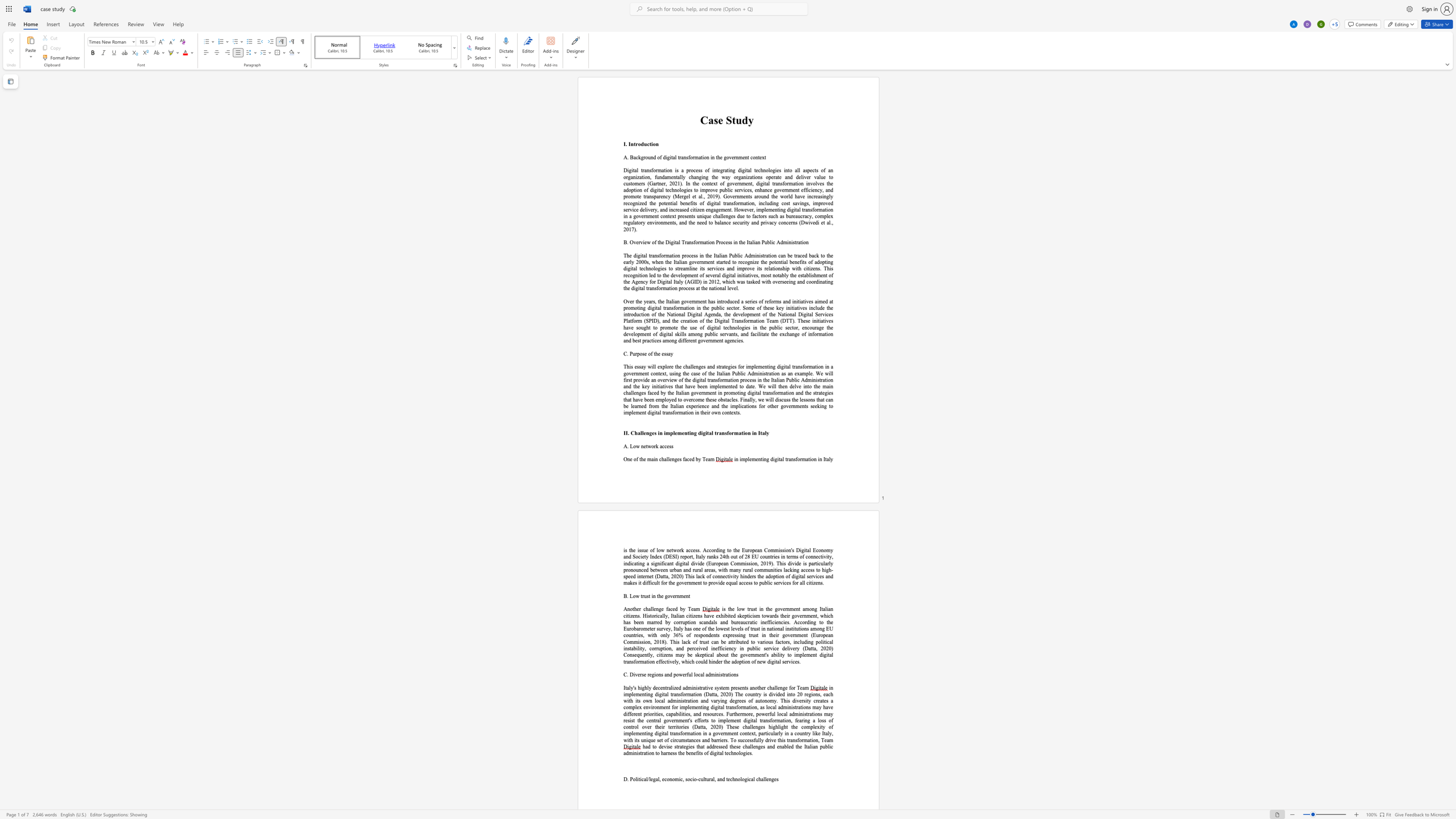 The image size is (1456, 819). I want to click on the space between the continuous character "r" and "a" in the text, so click(816, 327).